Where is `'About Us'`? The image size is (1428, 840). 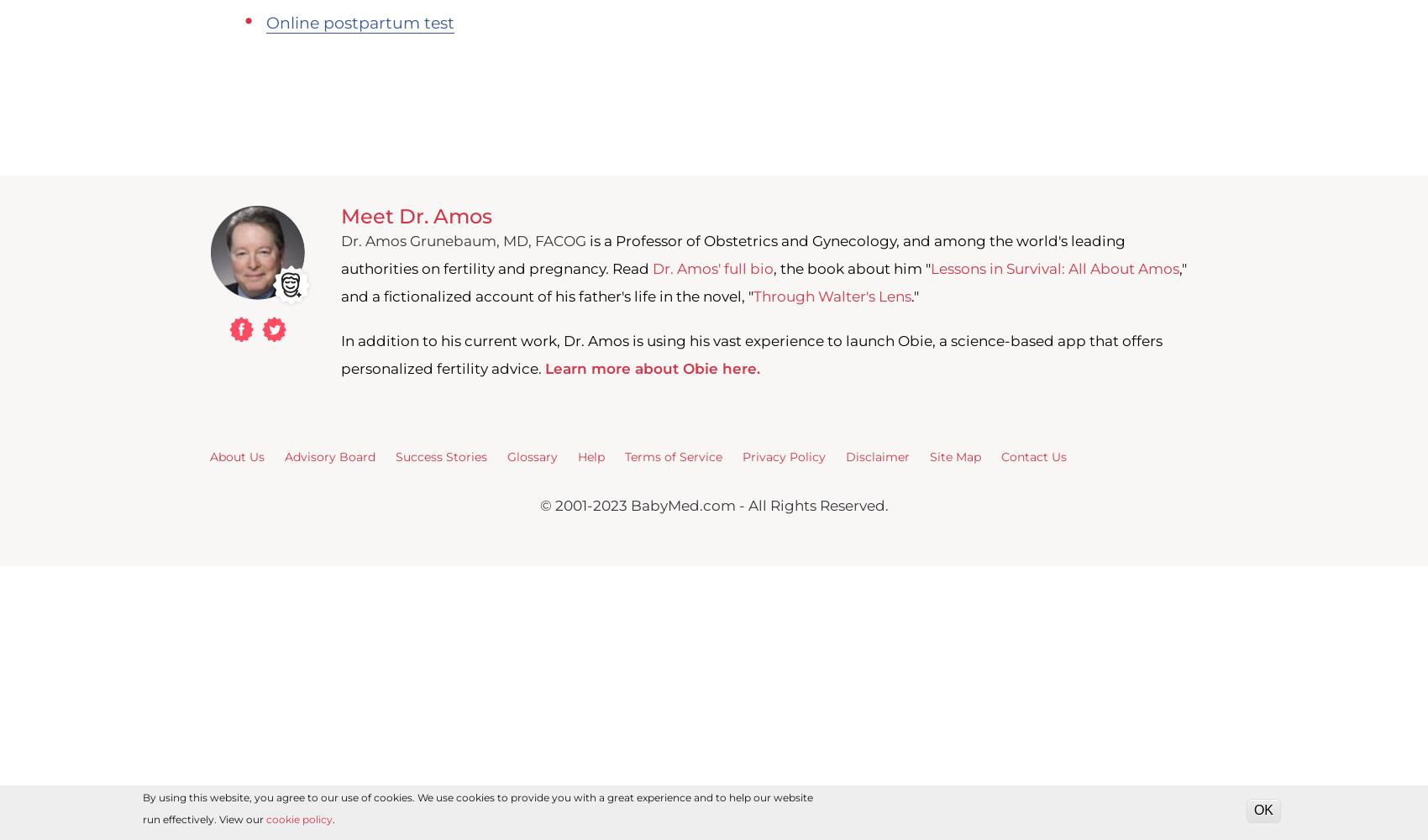
'About Us' is located at coordinates (237, 456).